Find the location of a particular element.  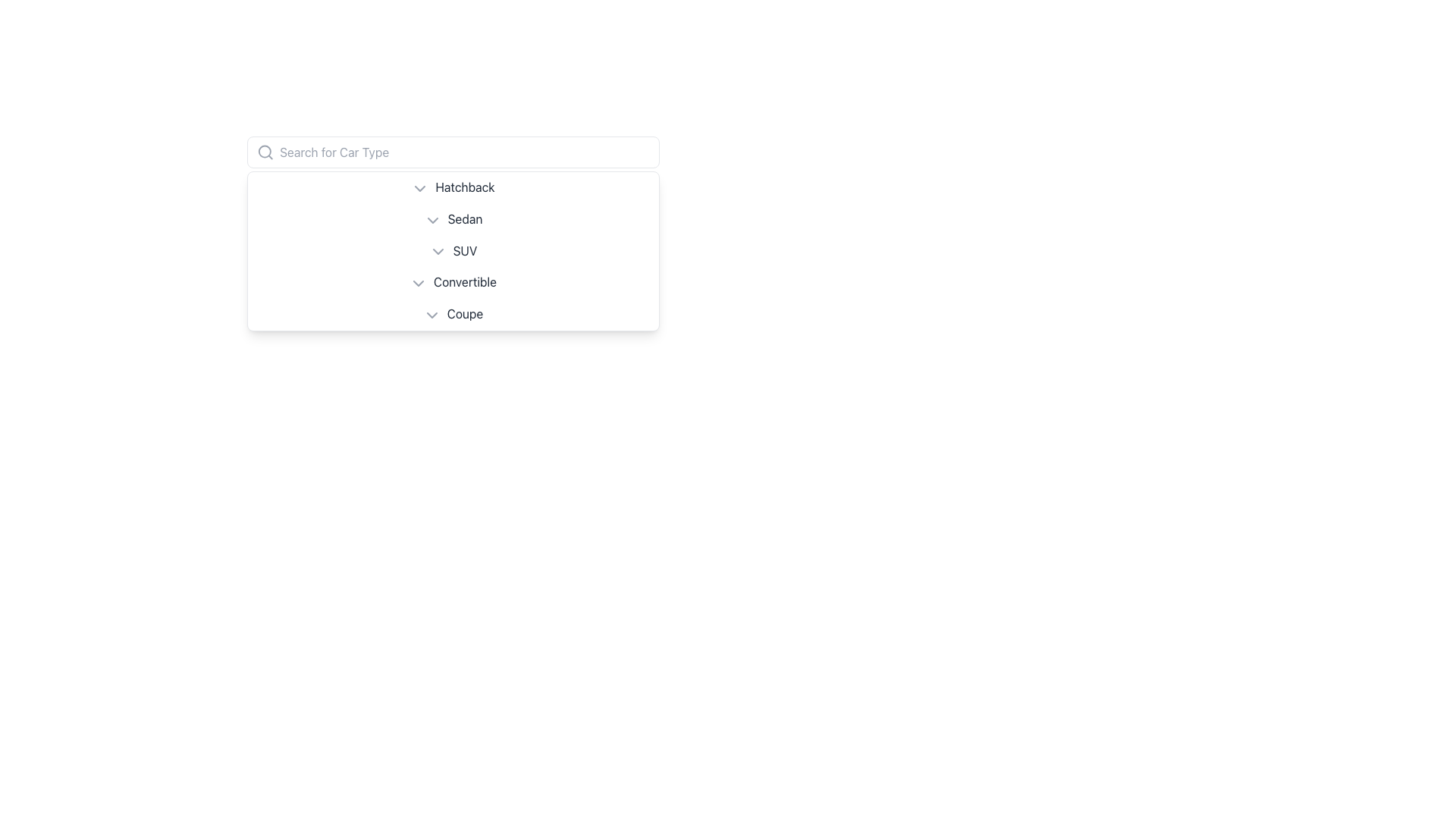

the search icon, which is a magnifying glass symbol with a gray outline located at the leftmost part of the search bar preceding the text input field with the placeholder 'Search for Car Type' is located at coordinates (265, 152).